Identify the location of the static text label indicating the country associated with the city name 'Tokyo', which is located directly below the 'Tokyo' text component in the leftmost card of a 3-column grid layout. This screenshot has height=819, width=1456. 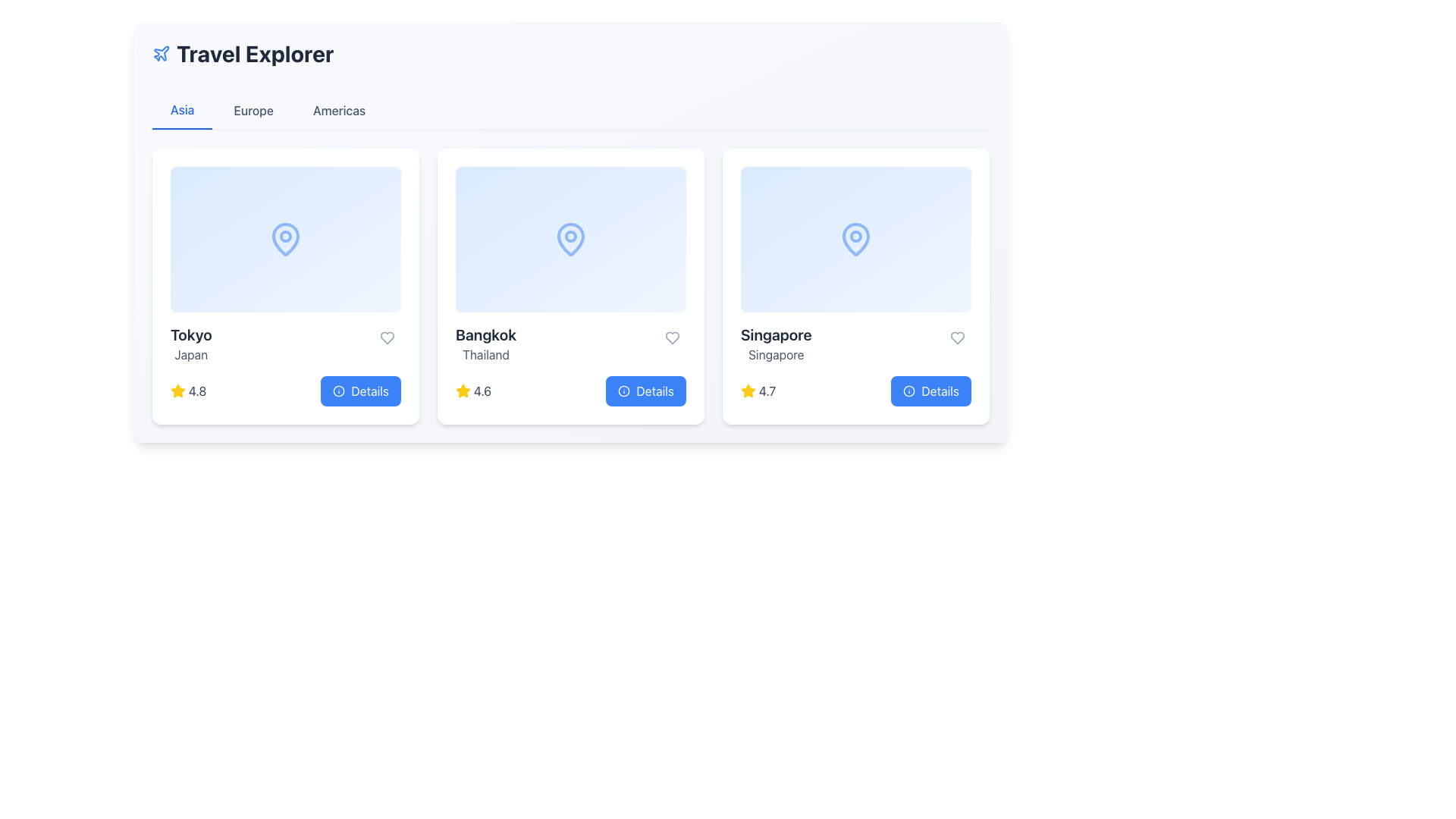
(190, 354).